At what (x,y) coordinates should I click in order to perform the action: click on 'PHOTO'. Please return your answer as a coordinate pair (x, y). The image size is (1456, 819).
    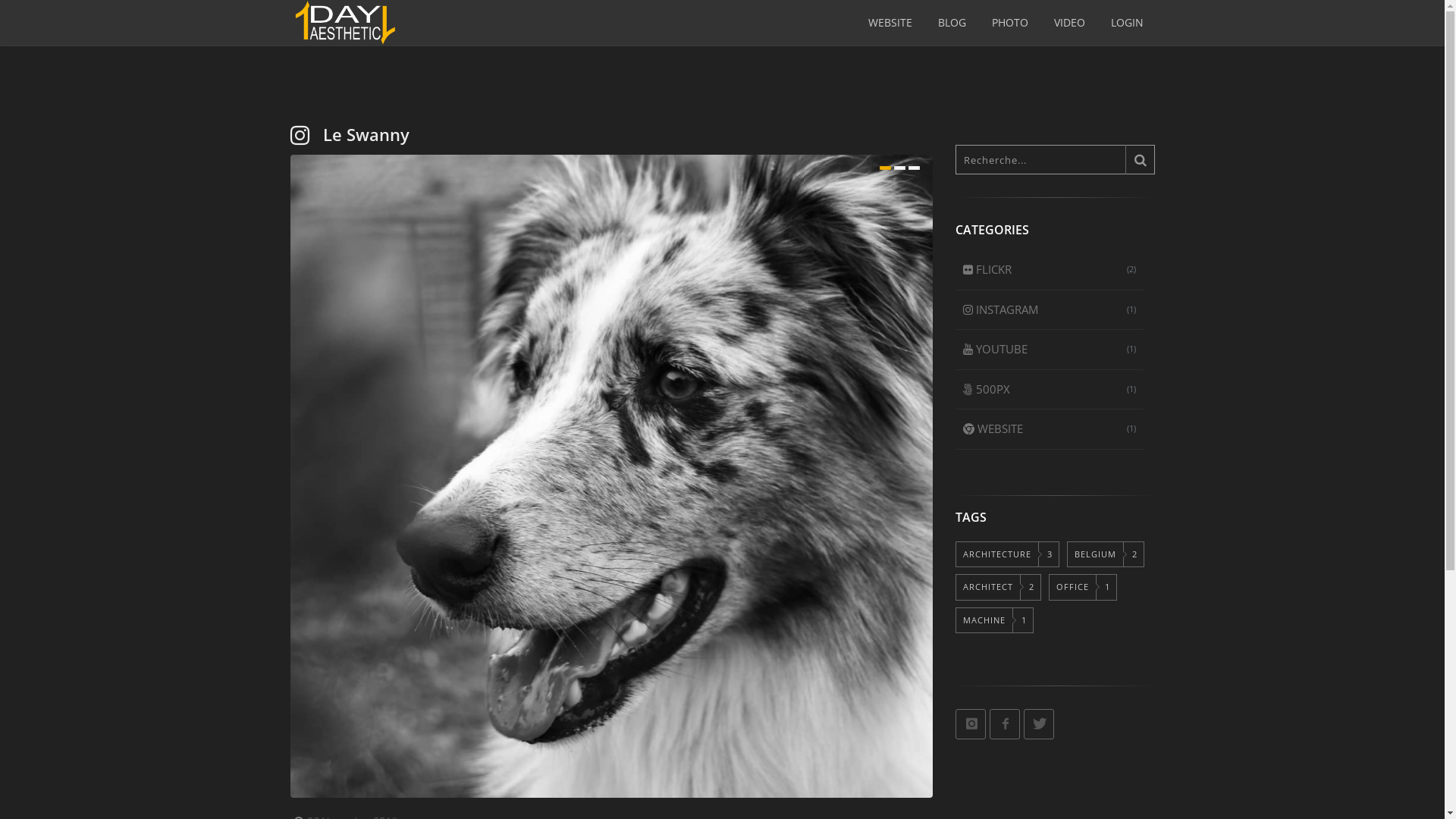
    Looking at the image, I should click on (1009, 23).